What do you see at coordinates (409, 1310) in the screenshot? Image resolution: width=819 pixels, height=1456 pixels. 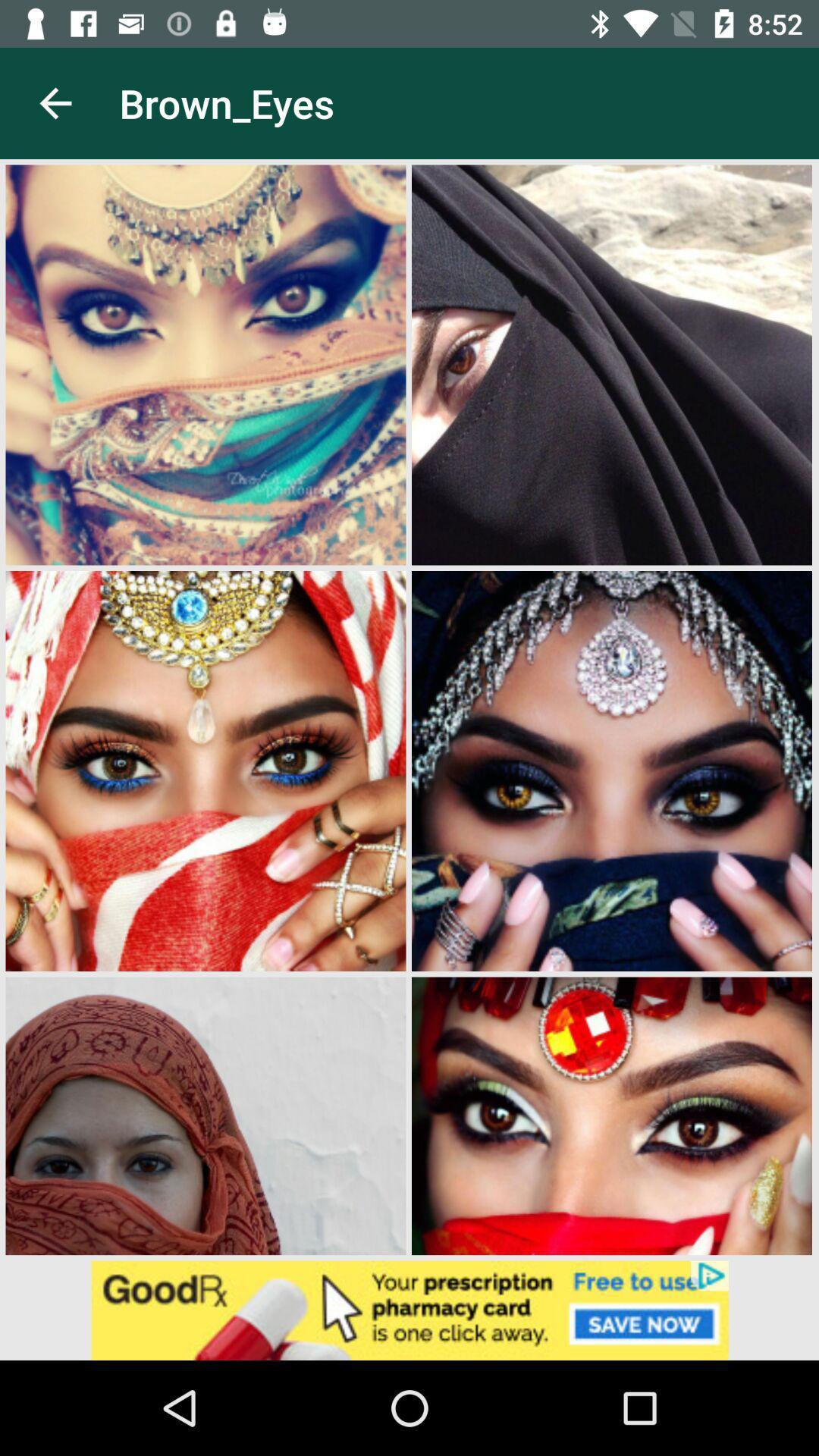 I see `advertisement` at bounding box center [409, 1310].